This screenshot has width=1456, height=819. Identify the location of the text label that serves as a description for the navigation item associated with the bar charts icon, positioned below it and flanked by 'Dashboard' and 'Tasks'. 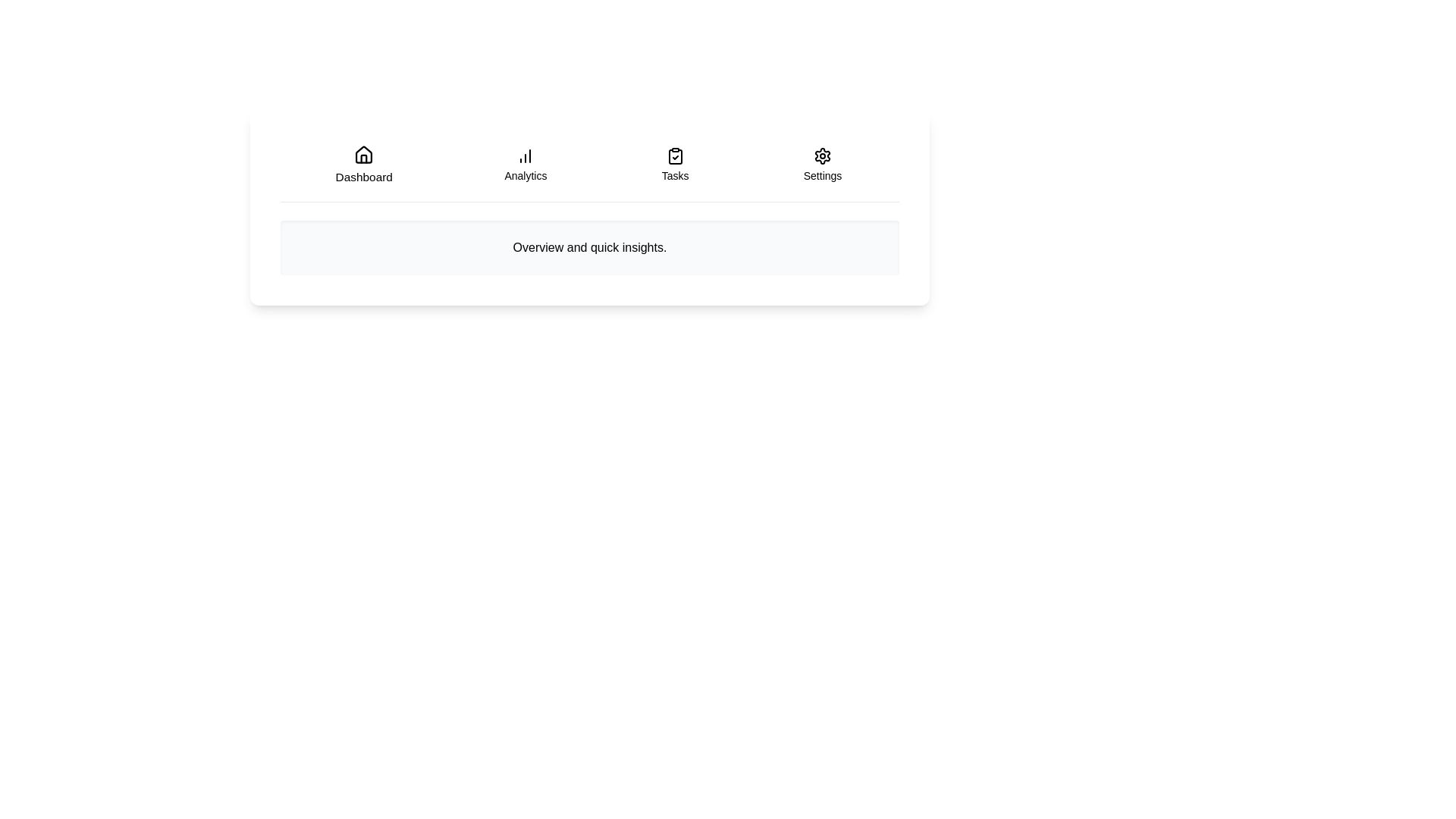
(526, 174).